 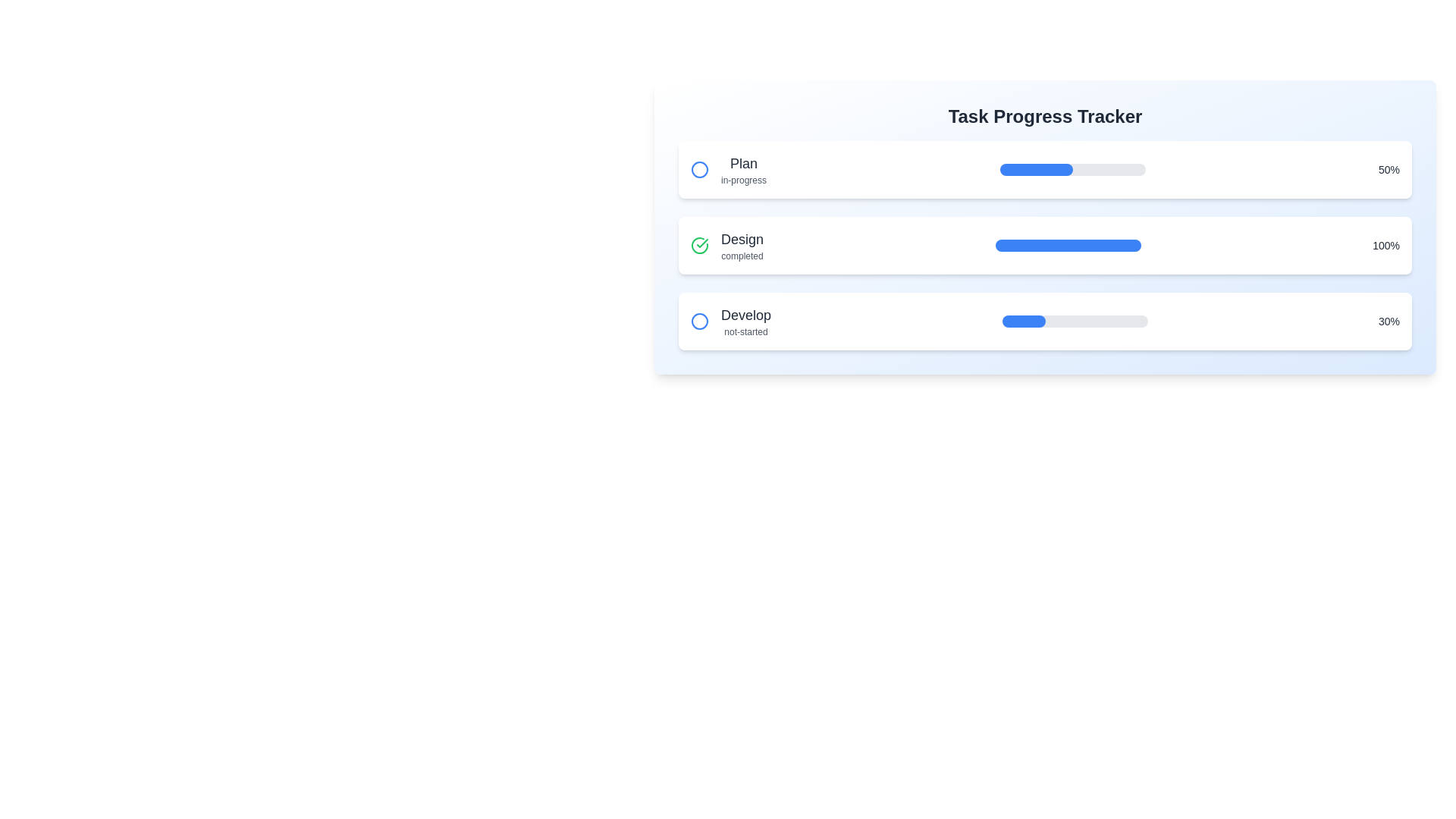 I want to click on the text 'Plan', so click(x=728, y=169).